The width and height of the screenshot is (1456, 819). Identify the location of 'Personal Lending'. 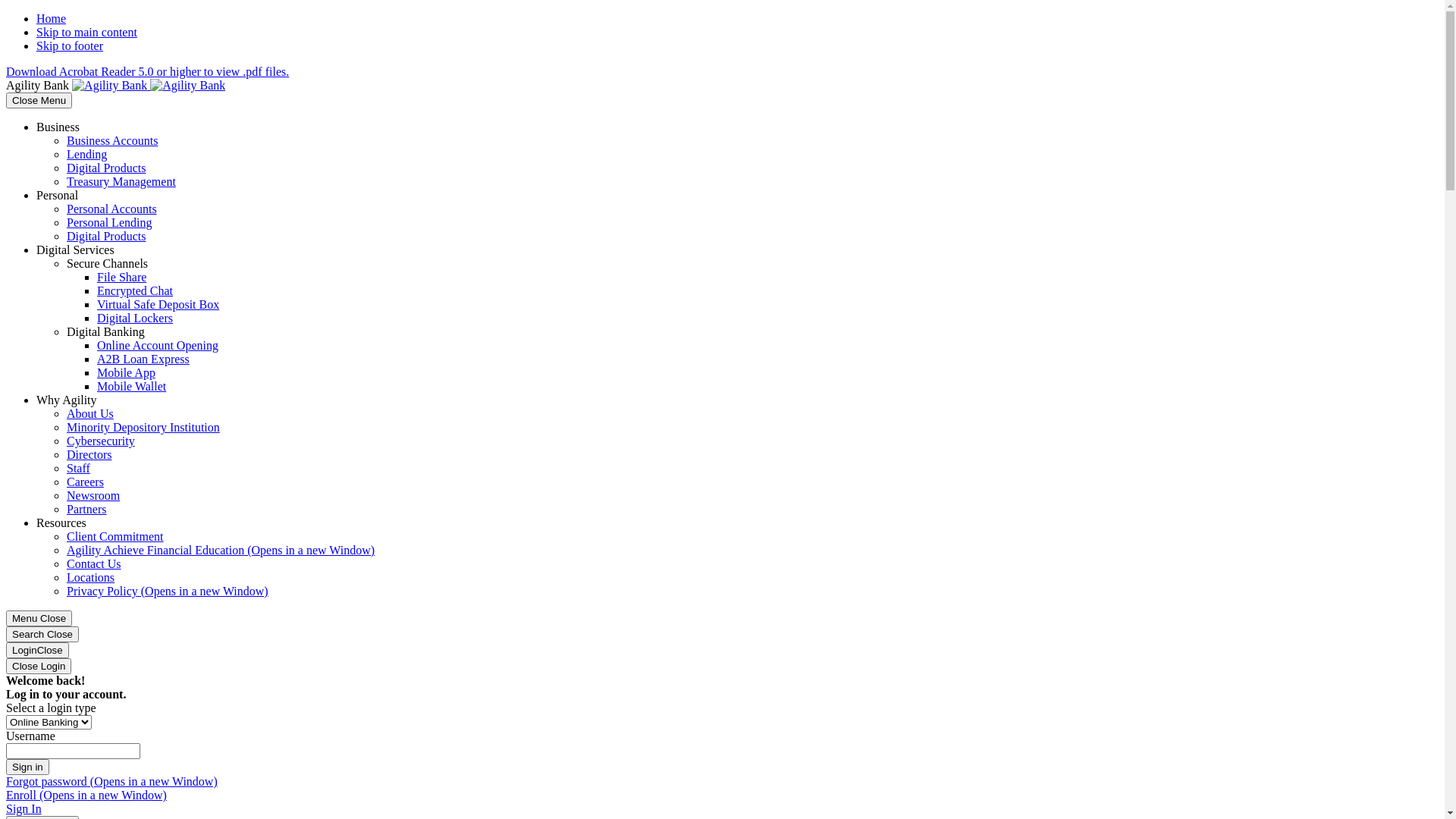
(108, 222).